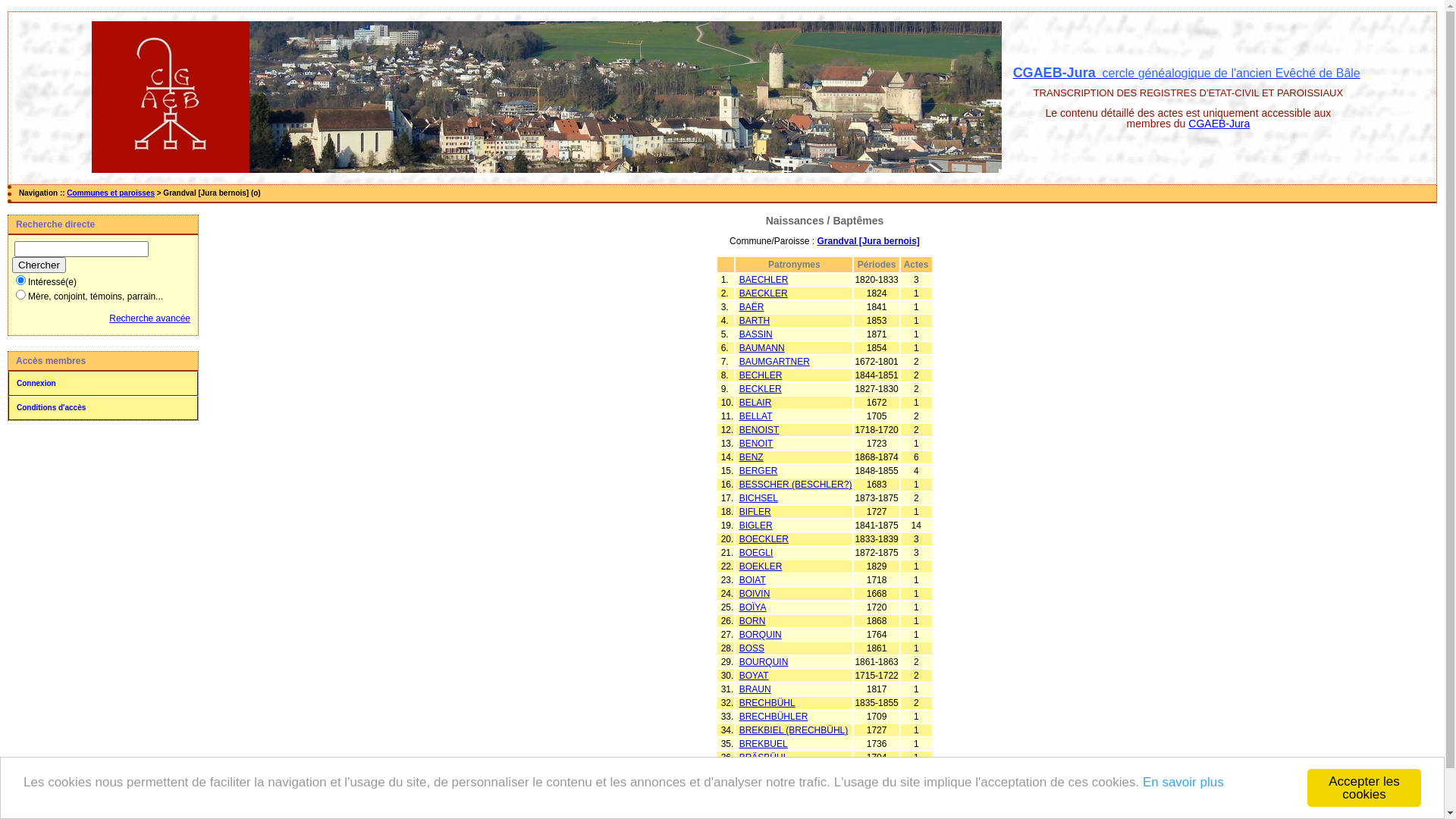 The width and height of the screenshot is (1456, 819). I want to click on 'BENOIST', so click(759, 430).